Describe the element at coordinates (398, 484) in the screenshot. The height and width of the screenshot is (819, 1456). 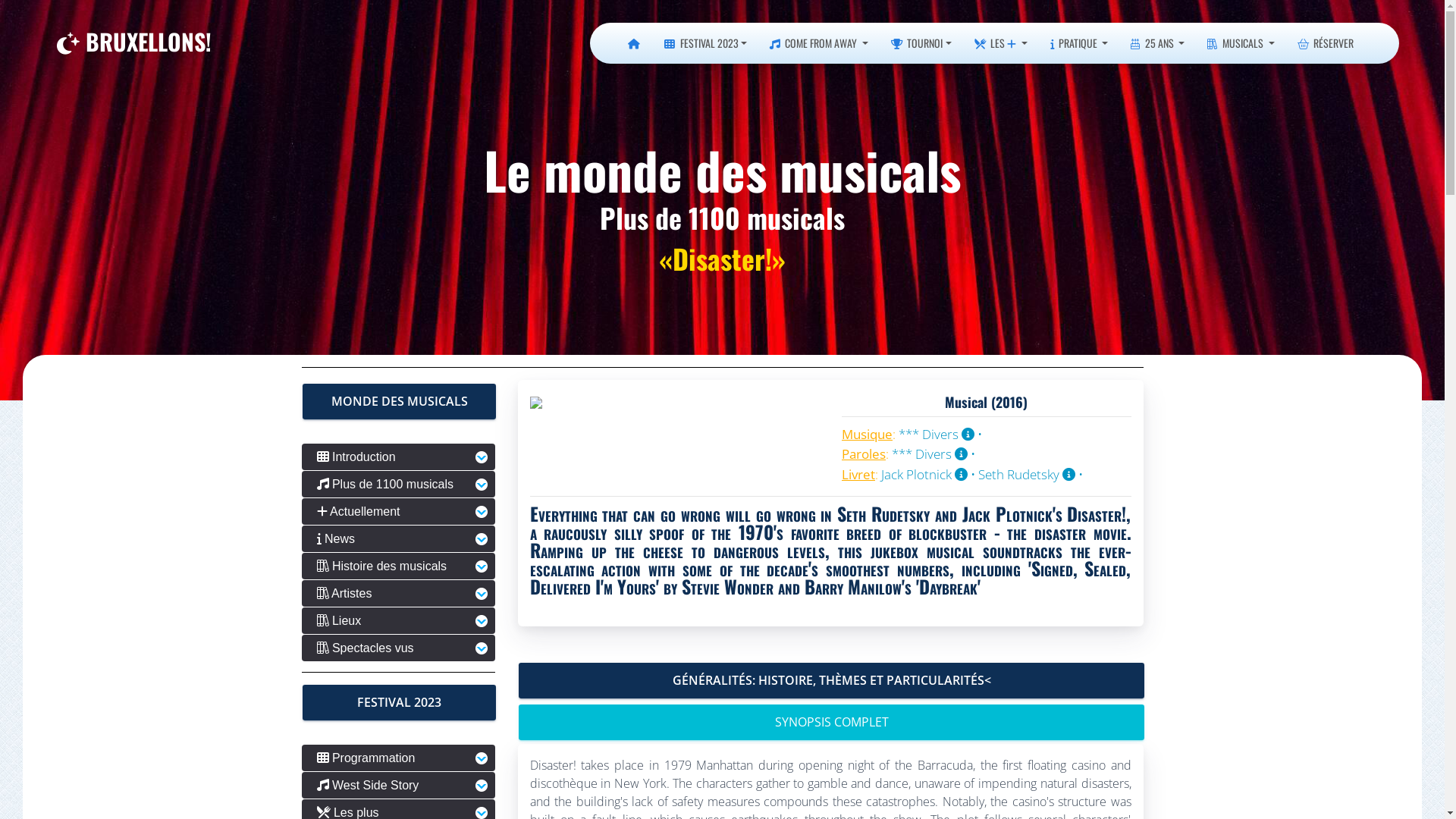
I see `'Plus de 1100 musicals'` at that location.